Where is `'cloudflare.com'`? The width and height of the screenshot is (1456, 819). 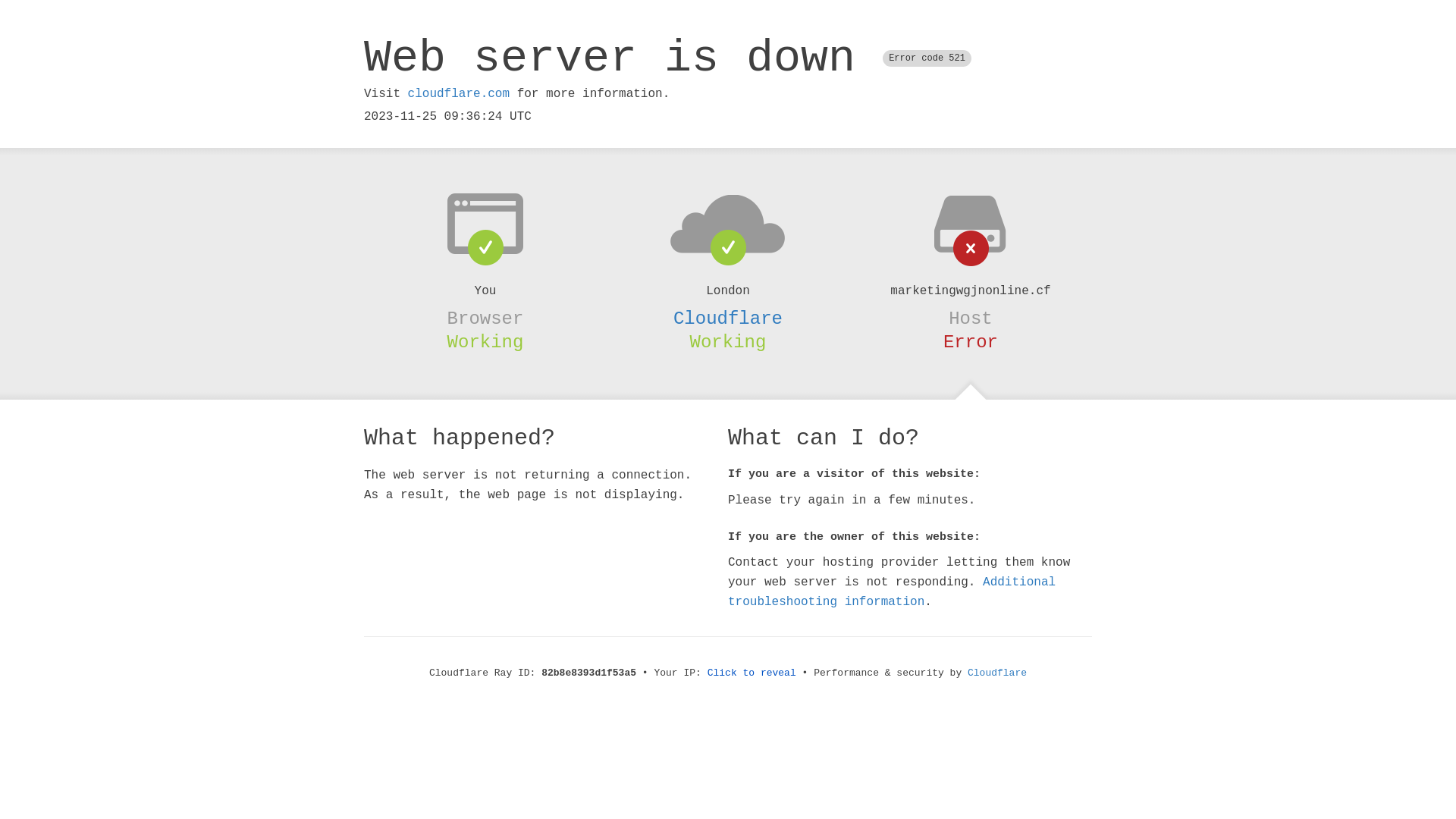 'cloudflare.com' is located at coordinates (457, 93).